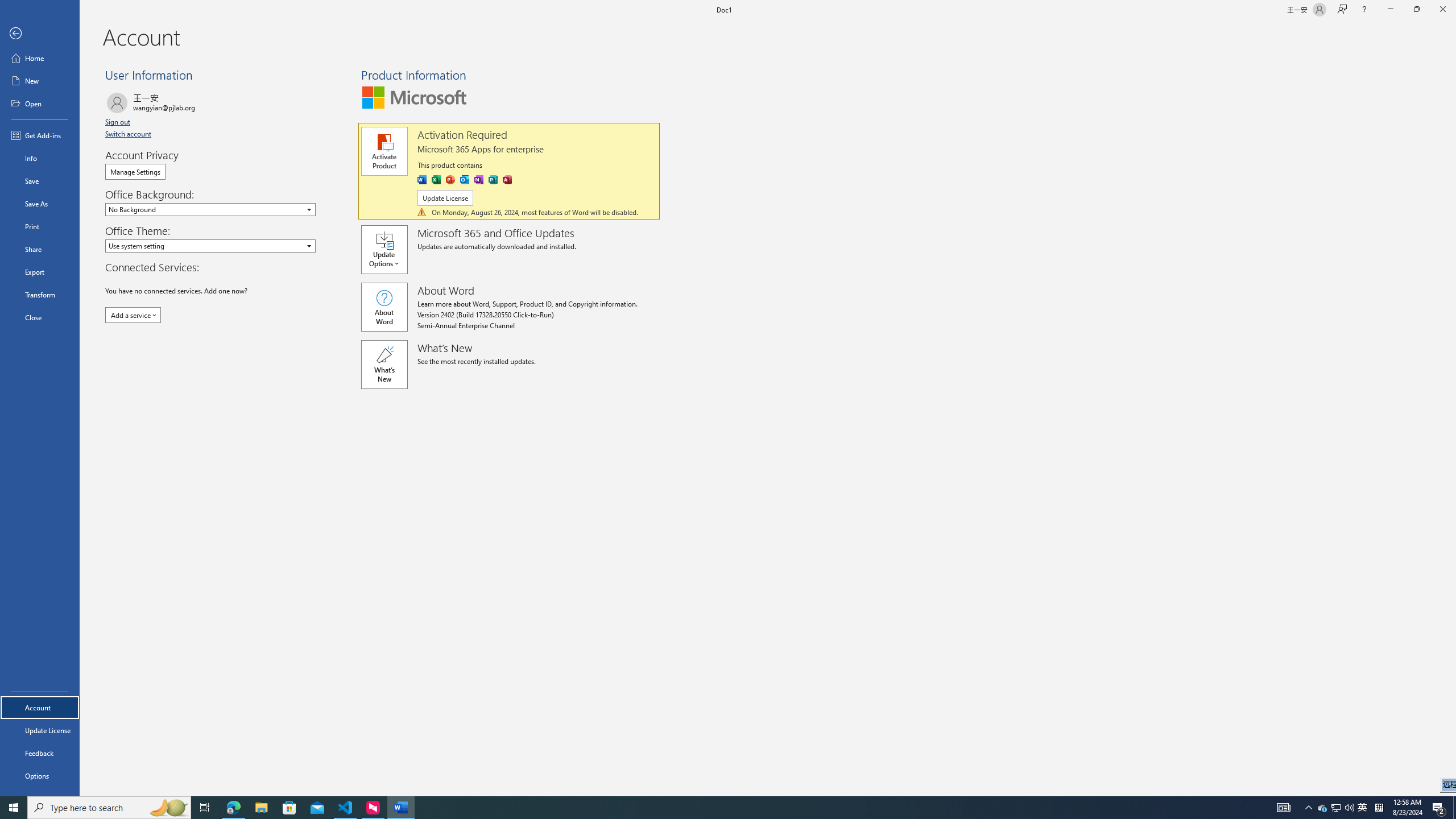  I want to click on 'Transform', so click(39, 294).